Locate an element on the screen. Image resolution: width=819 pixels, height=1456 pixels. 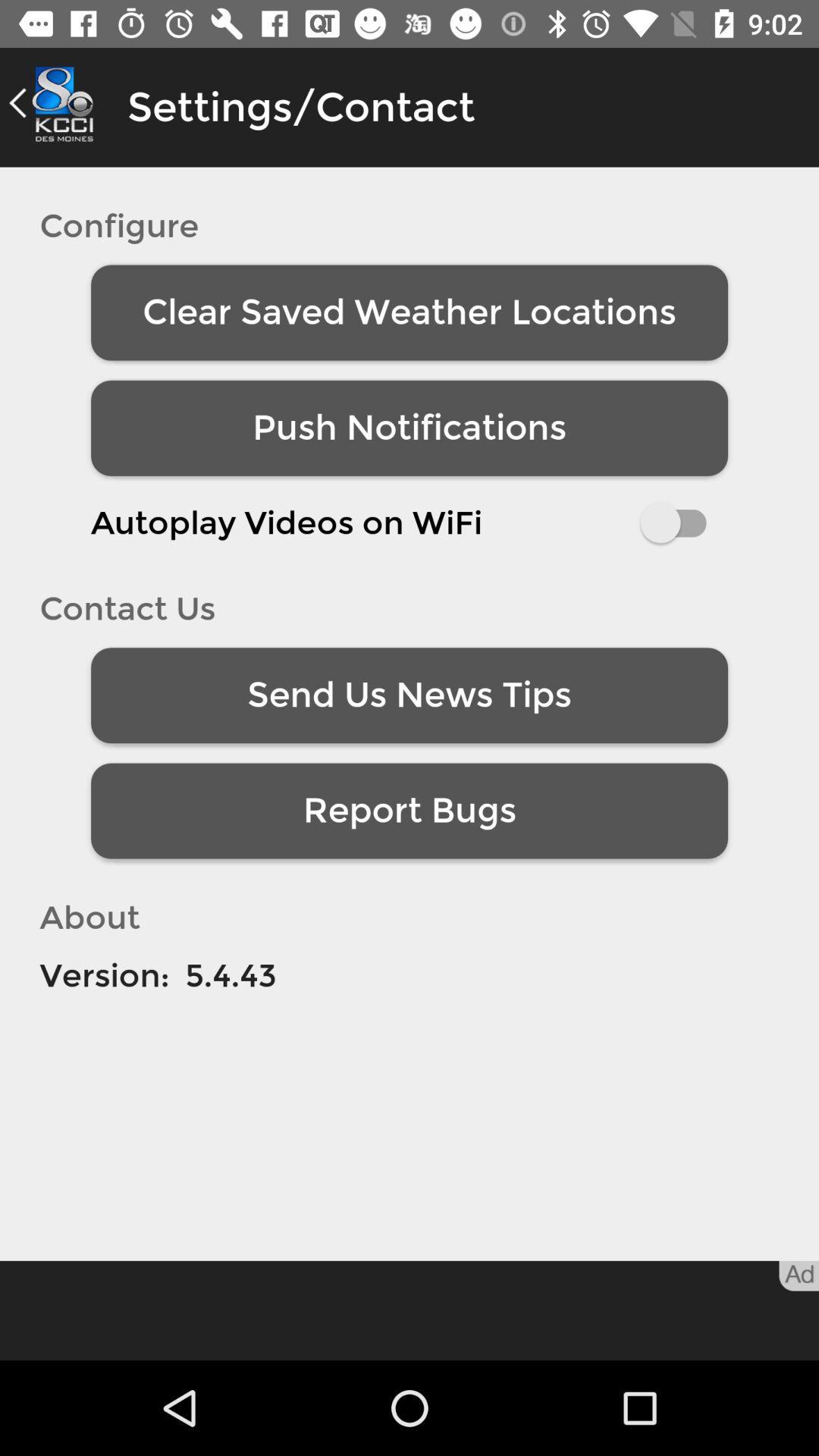
the report bugs icon is located at coordinates (409, 810).